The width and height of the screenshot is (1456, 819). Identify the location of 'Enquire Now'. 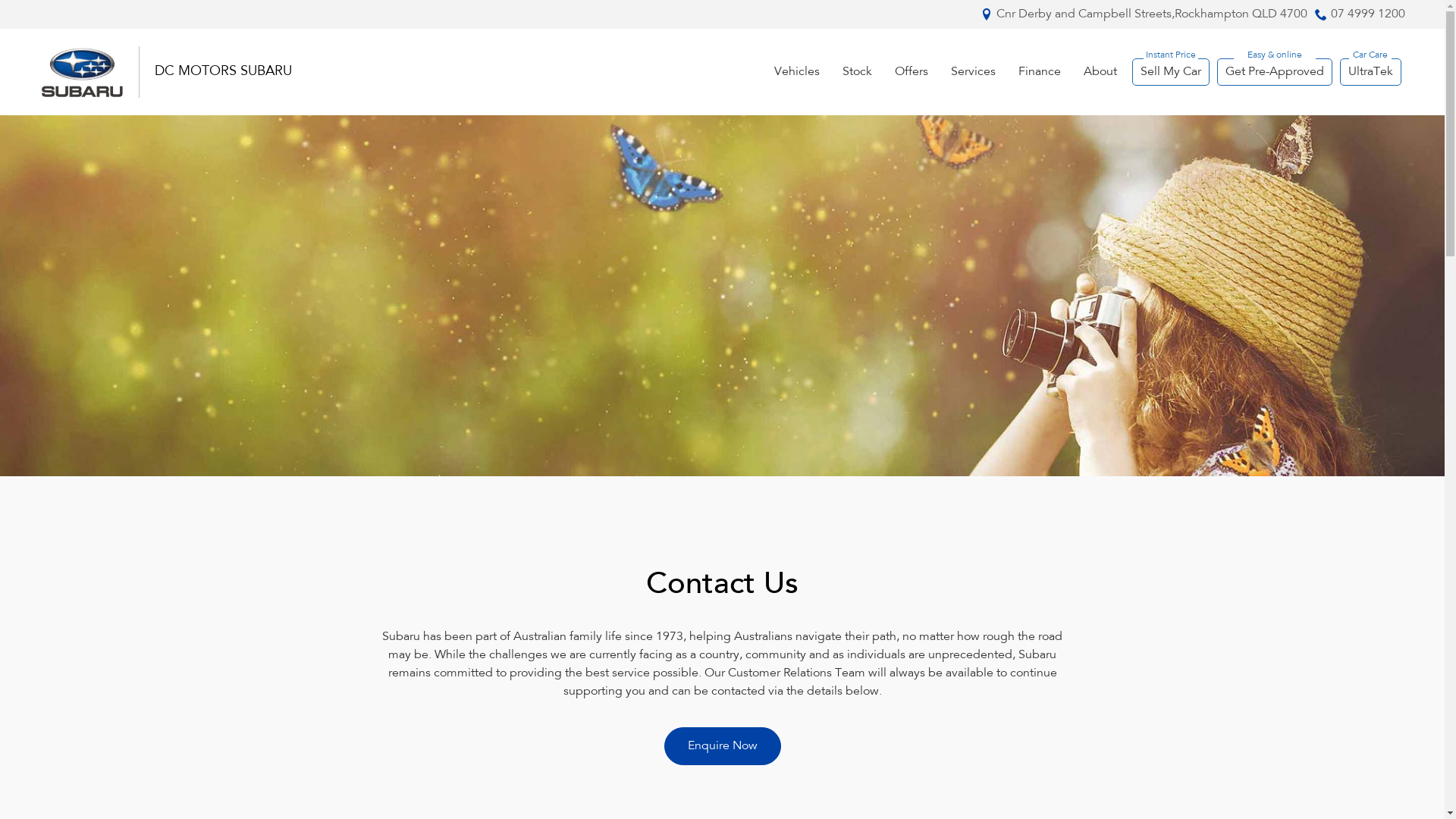
(722, 745).